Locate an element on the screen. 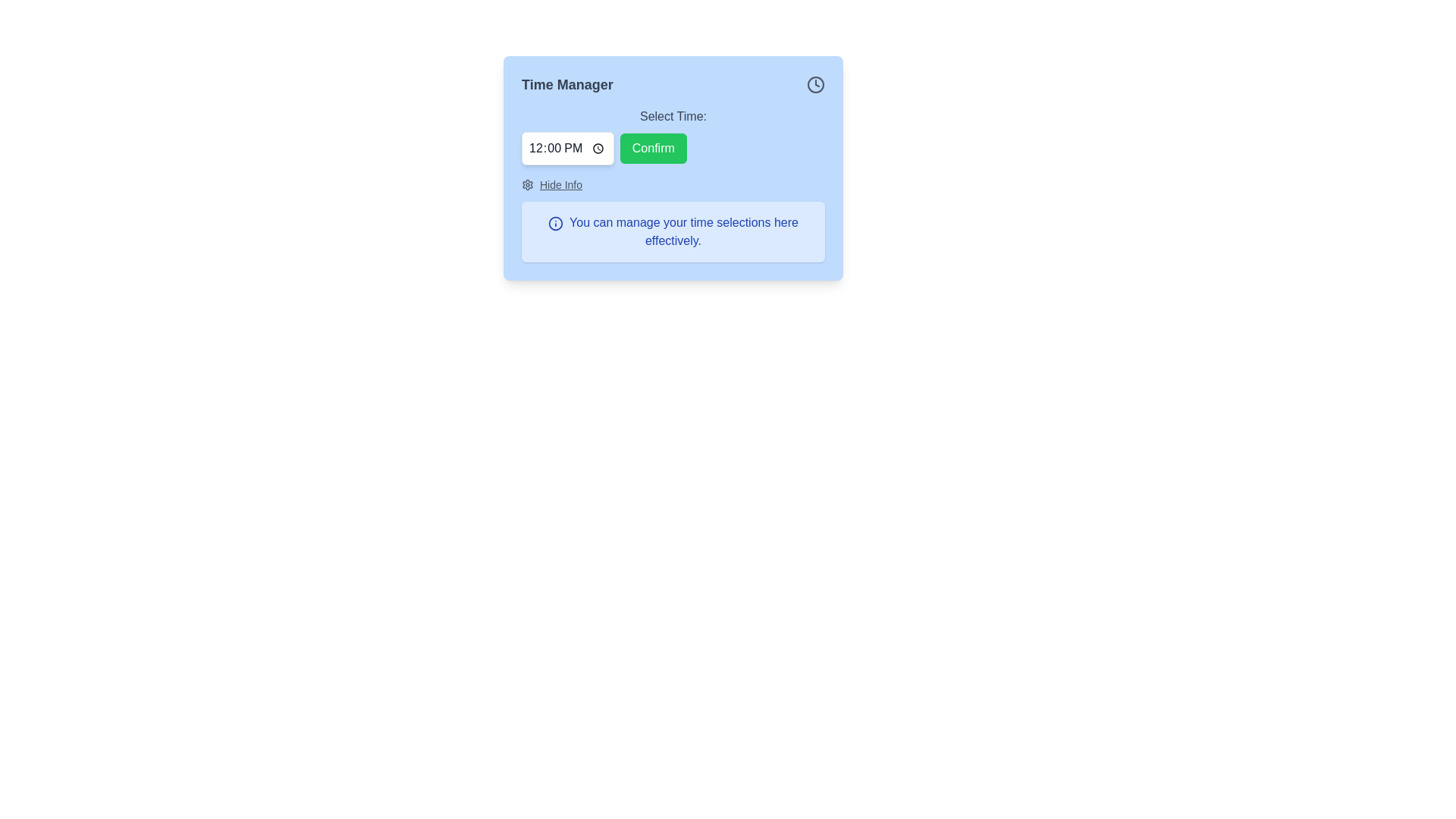 Image resolution: width=1456 pixels, height=819 pixels. the SVG graphical component of the 'info' icon located beside the 'Time Manager' heading at the top-right corner of the interface is located at coordinates (555, 223).